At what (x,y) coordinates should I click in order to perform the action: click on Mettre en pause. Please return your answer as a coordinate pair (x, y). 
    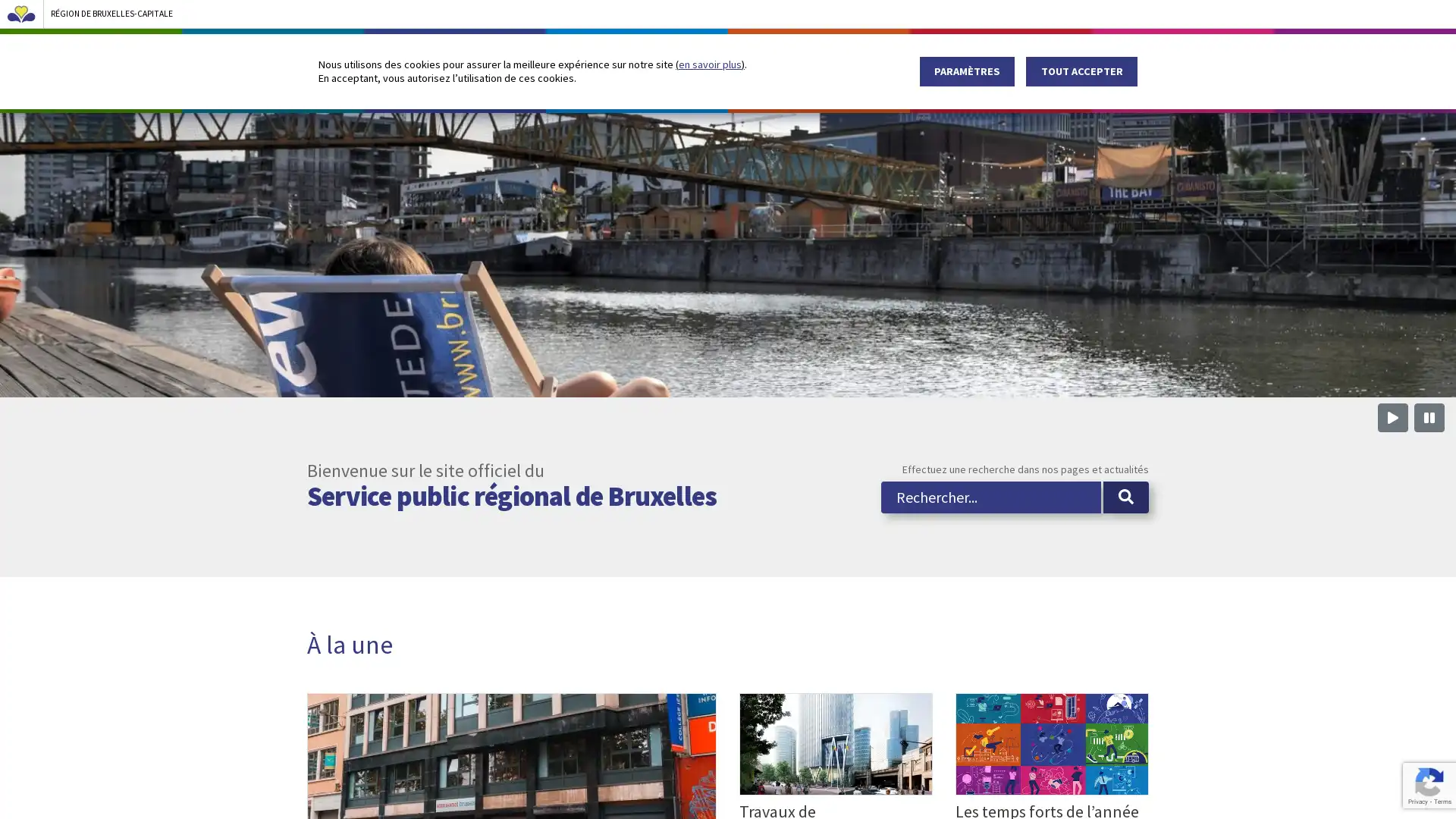
    Looking at the image, I should click on (1429, 461).